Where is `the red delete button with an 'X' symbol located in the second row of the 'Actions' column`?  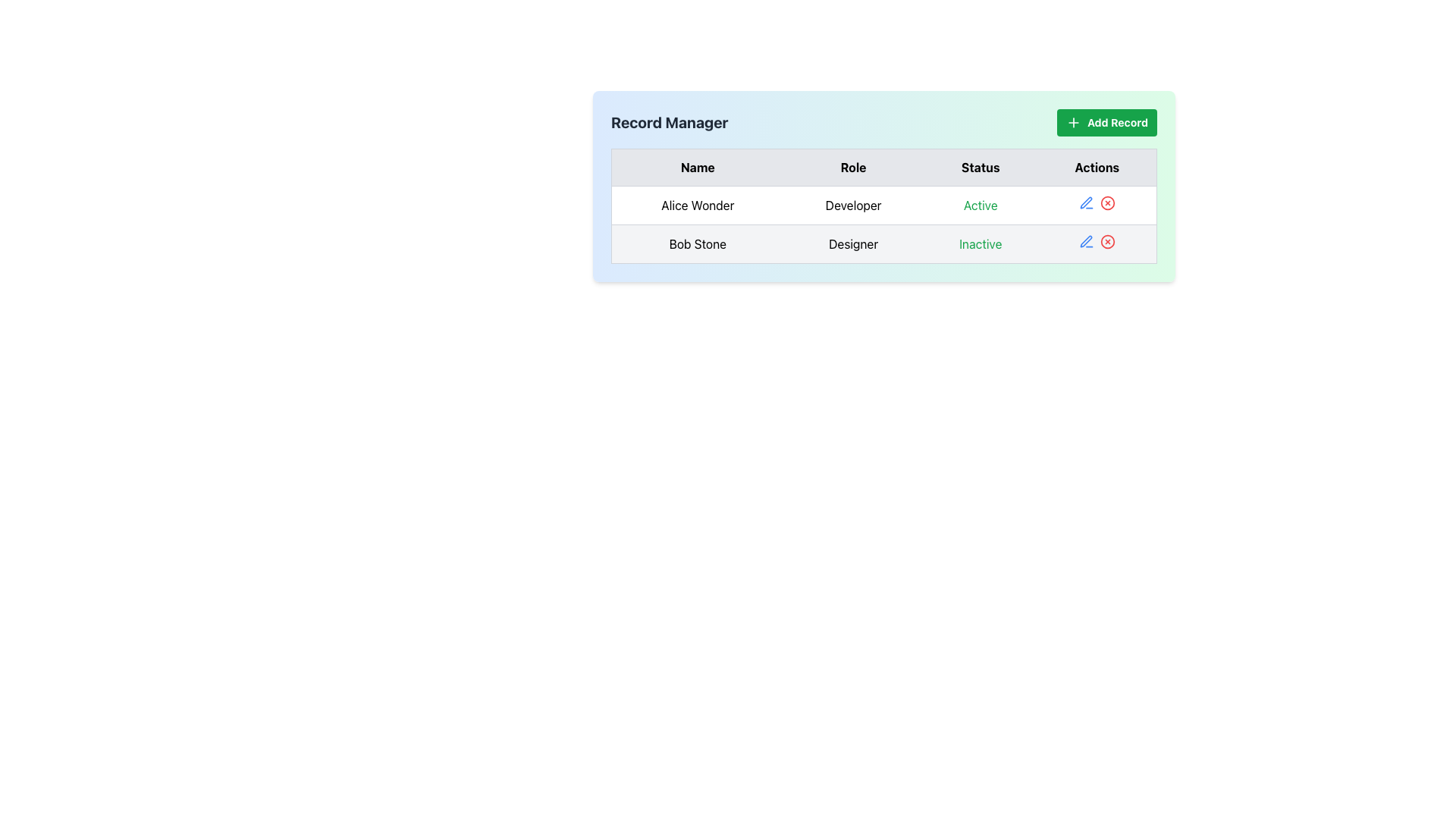 the red delete button with an 'X' symbol located in the second row of the 'Actions' column is located at coordinates (1107, 241).